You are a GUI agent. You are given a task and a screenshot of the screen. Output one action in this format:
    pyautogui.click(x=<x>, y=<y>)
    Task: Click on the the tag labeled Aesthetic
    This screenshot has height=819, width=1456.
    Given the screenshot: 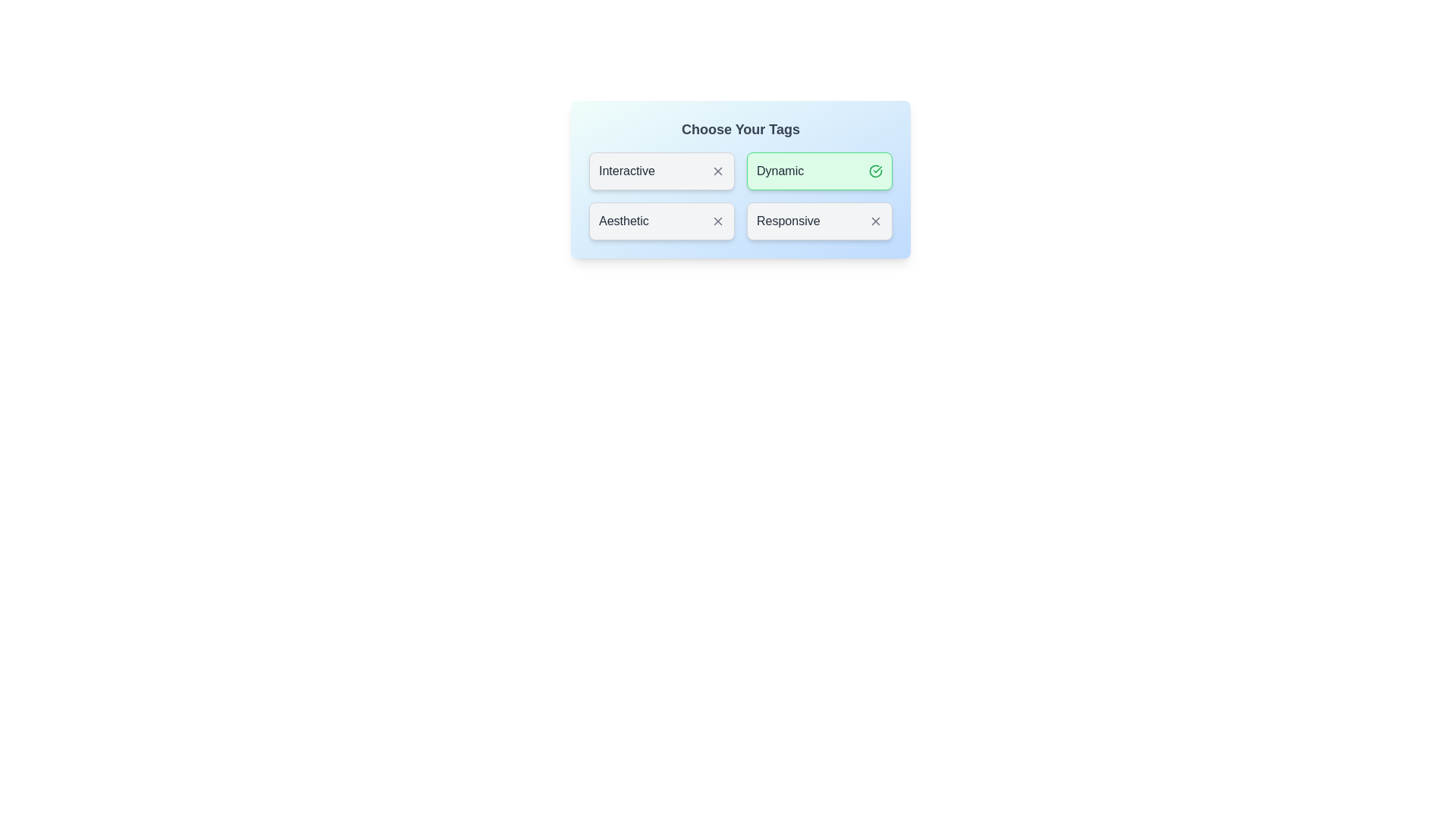 What is the action you would take?
    pyautogui.click(x=662, y=221)
    